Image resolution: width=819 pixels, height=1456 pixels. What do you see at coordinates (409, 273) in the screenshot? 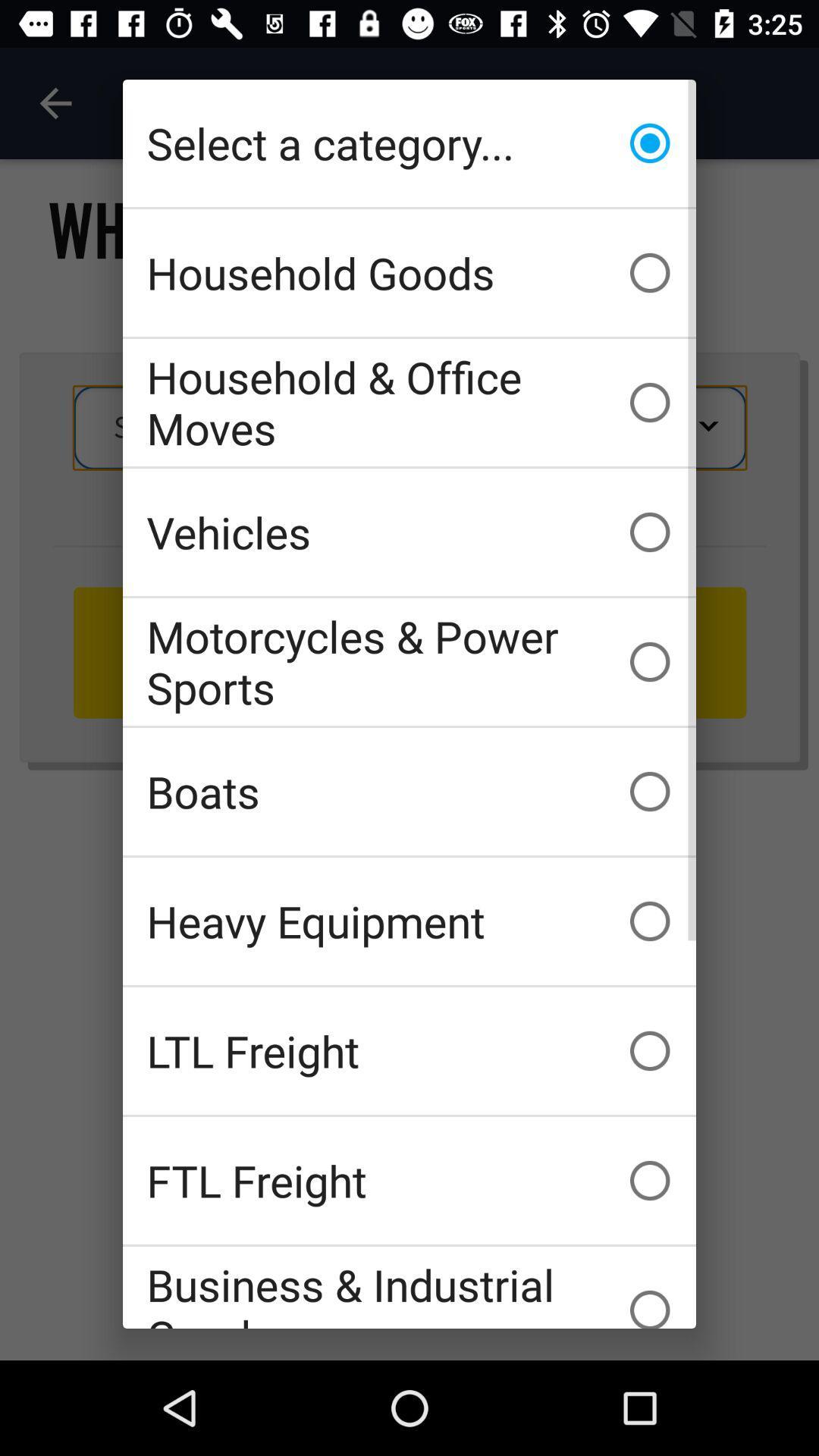
I see `the household goods icon` at bounding box center [409, 273].